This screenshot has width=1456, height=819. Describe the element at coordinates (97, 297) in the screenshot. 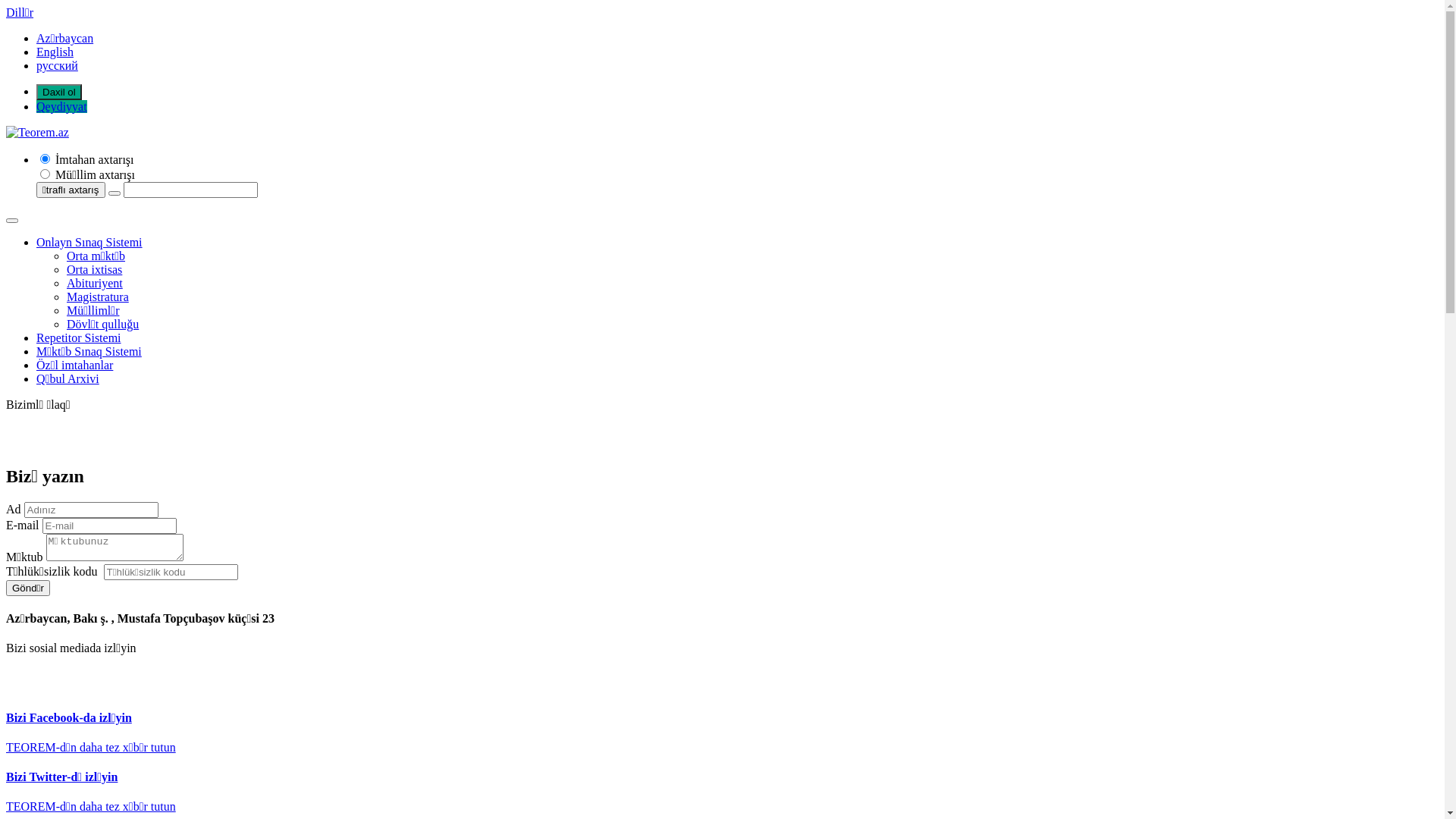

I see `'Magistratura'` at that location.